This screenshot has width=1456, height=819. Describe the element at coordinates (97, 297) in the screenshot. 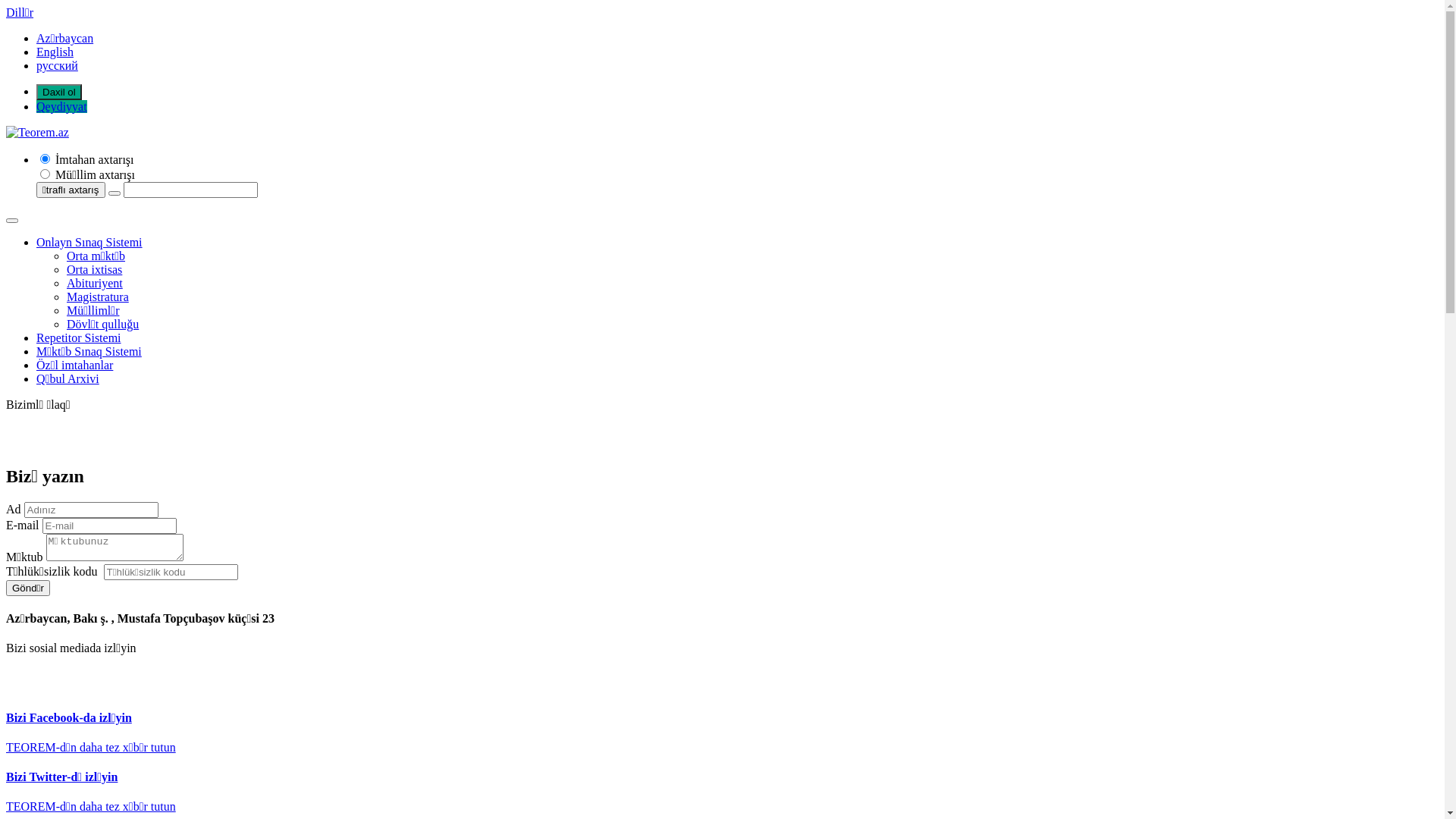

I see `'Magistratura'` at that location.